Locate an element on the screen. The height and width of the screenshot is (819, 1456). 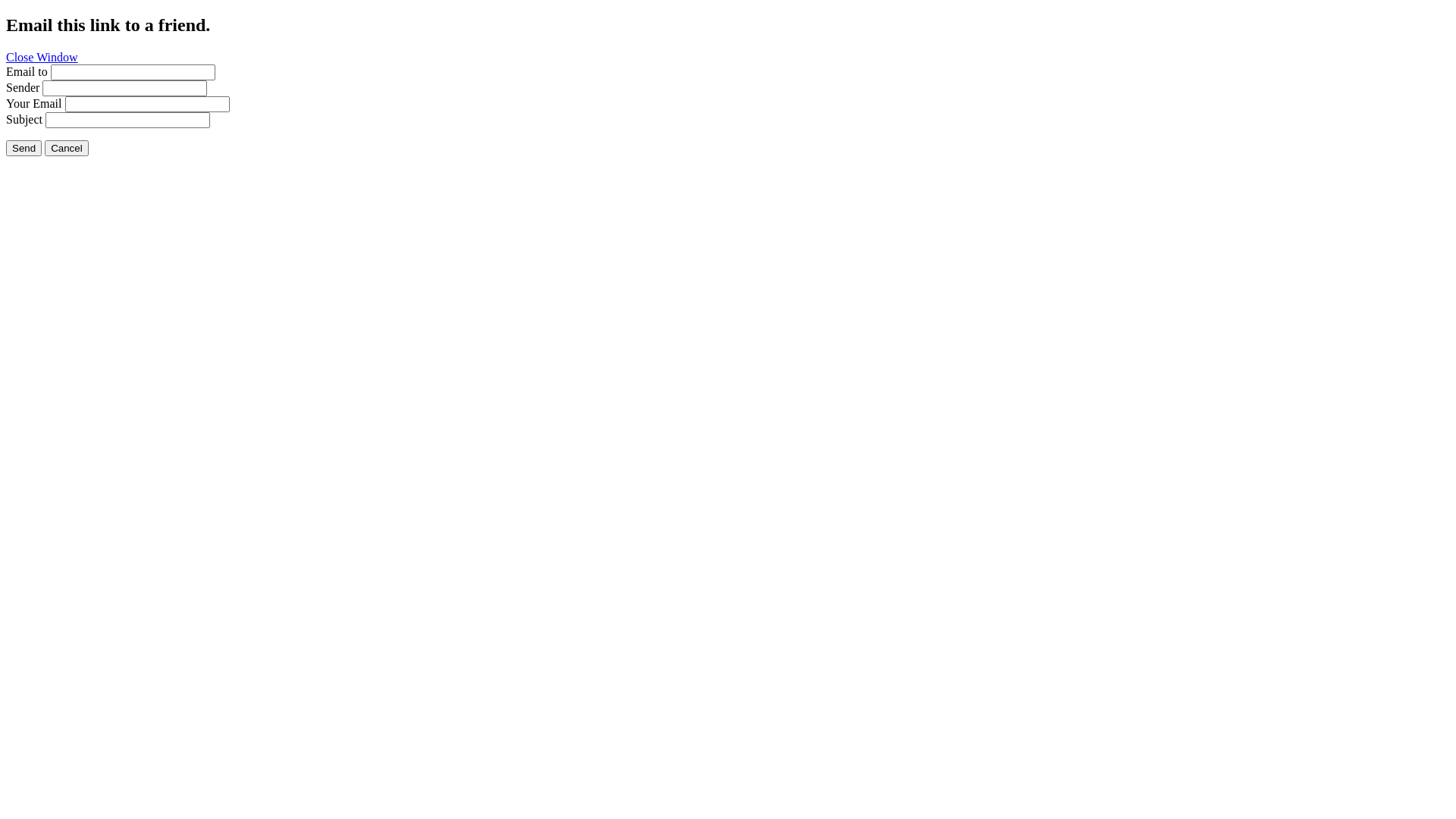
'Close Window' is located at coordinates (42, 56).